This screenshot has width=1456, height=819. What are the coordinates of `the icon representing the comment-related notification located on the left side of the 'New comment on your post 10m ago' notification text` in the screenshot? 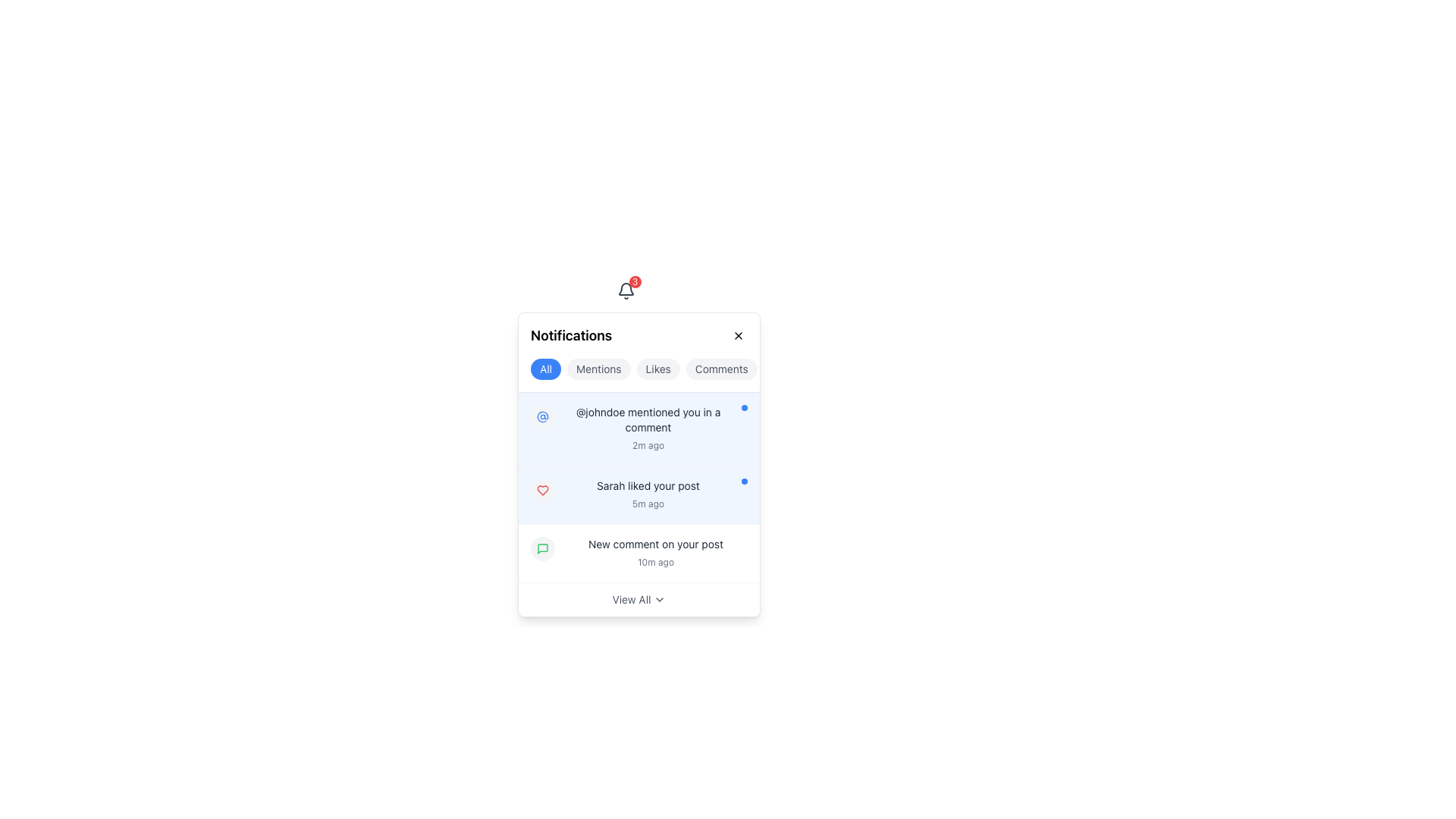 It's located at (542, 549).